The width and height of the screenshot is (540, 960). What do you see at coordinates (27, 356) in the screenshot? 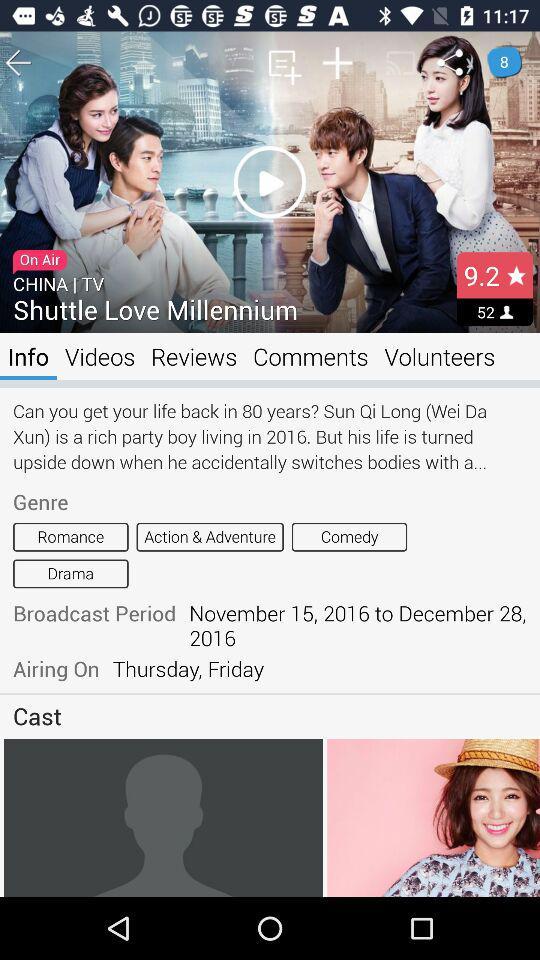
I see `the info app` at bounding box center [27, 356].